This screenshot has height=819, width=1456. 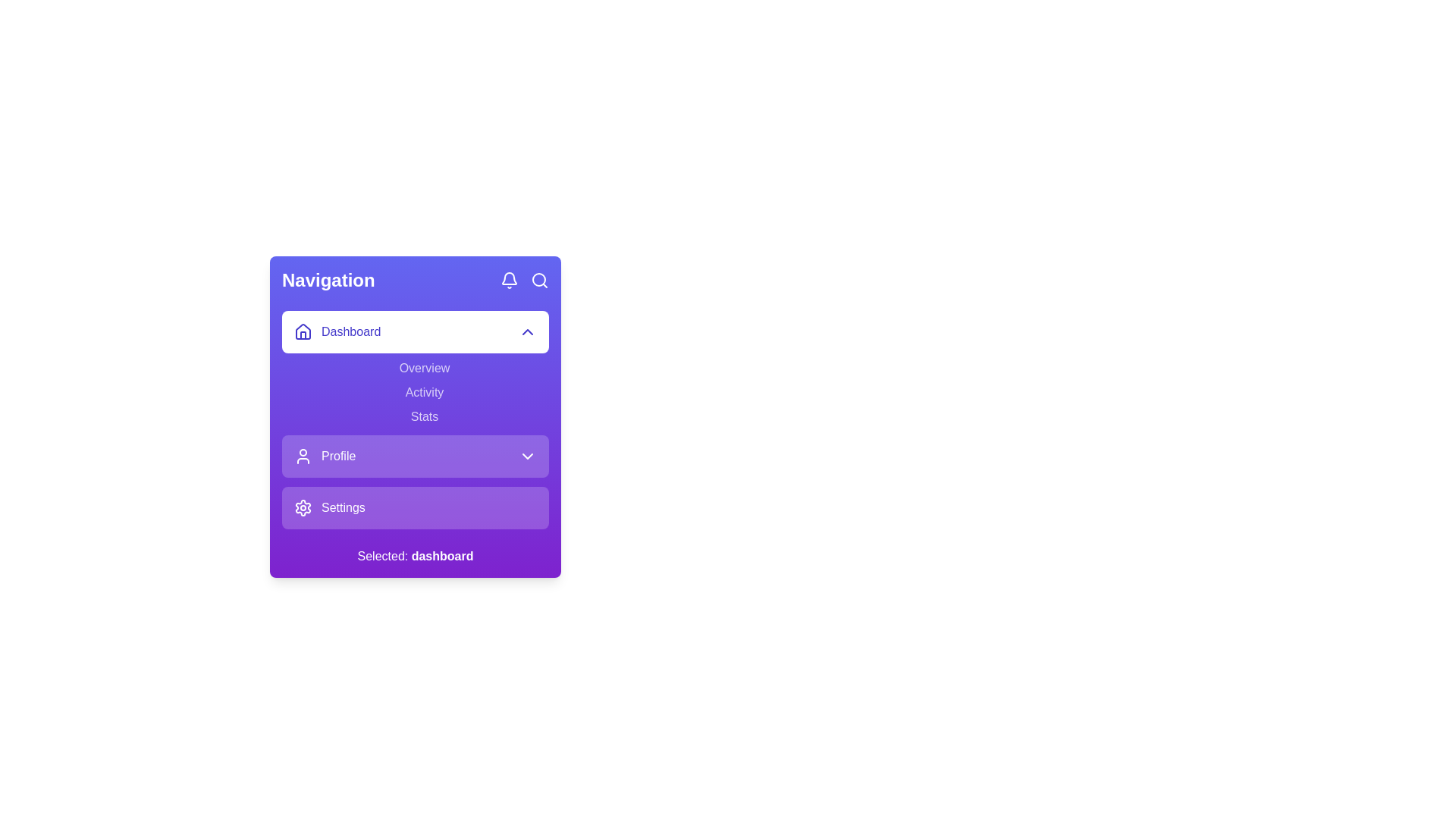 What do you see at coordinates (415, 331) in the screenshot?
I see `the first navigation item in the left-side navigation panel labeled 'Navigation'` at bounding box center [415, 331].